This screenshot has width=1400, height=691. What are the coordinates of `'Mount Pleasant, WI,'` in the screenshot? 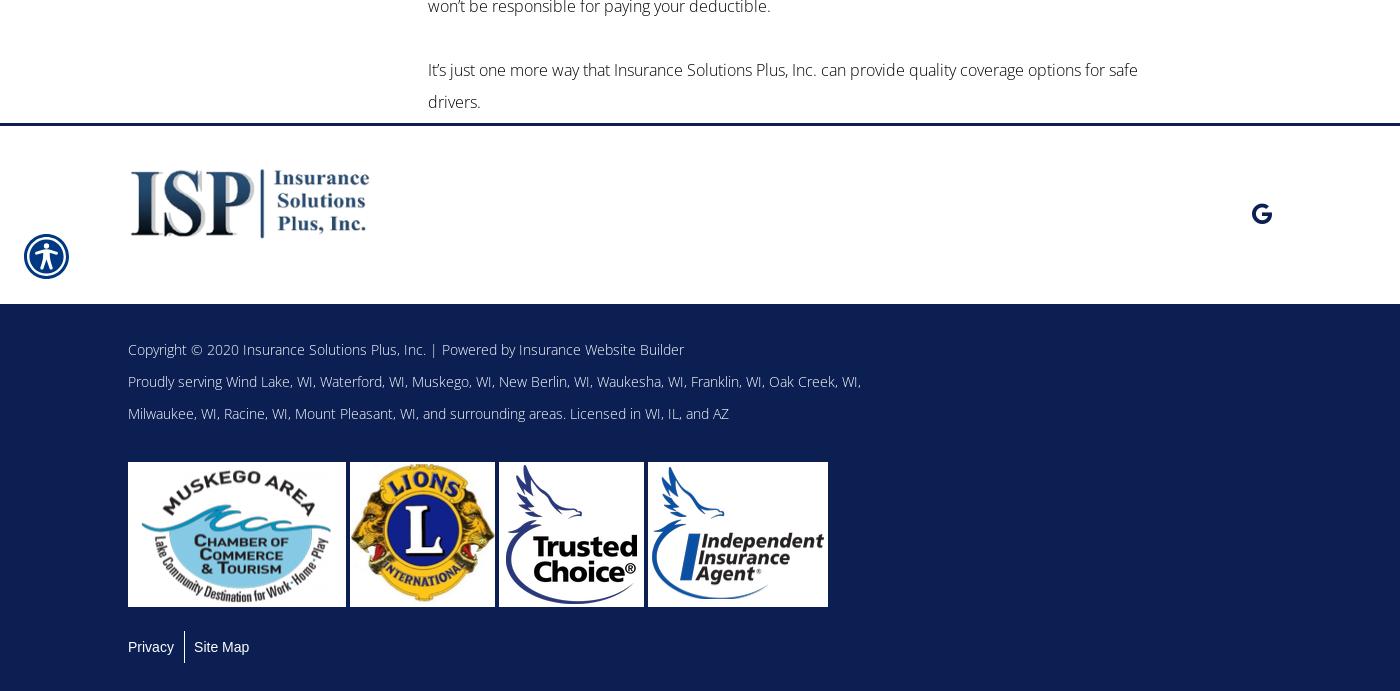 It's located at (358, 412).